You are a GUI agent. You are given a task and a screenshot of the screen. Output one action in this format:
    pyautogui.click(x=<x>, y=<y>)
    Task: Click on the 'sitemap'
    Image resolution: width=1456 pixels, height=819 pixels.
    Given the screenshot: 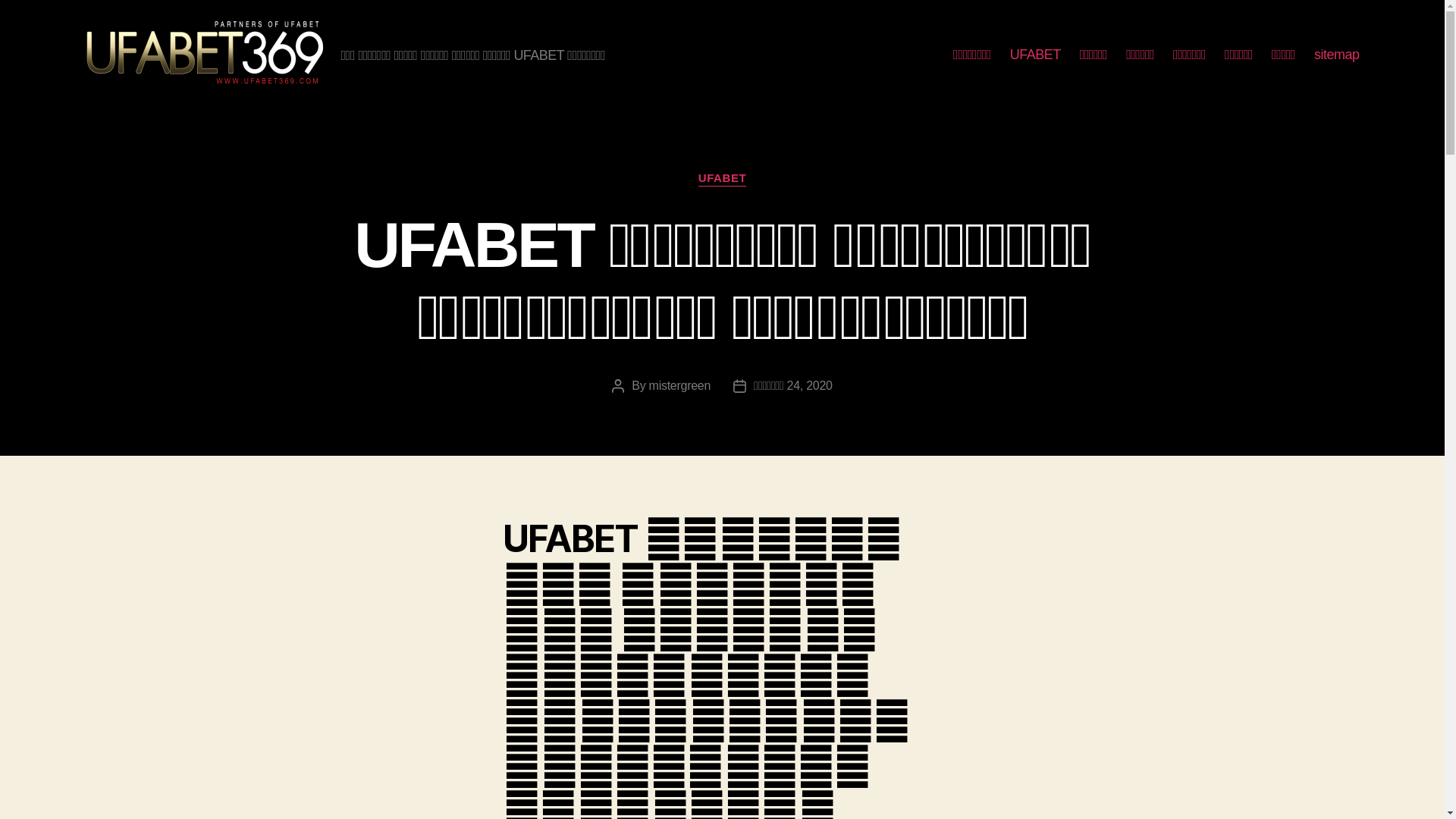 What is the action you would take?
    pyautogui.click(x=1336, y=55)
    